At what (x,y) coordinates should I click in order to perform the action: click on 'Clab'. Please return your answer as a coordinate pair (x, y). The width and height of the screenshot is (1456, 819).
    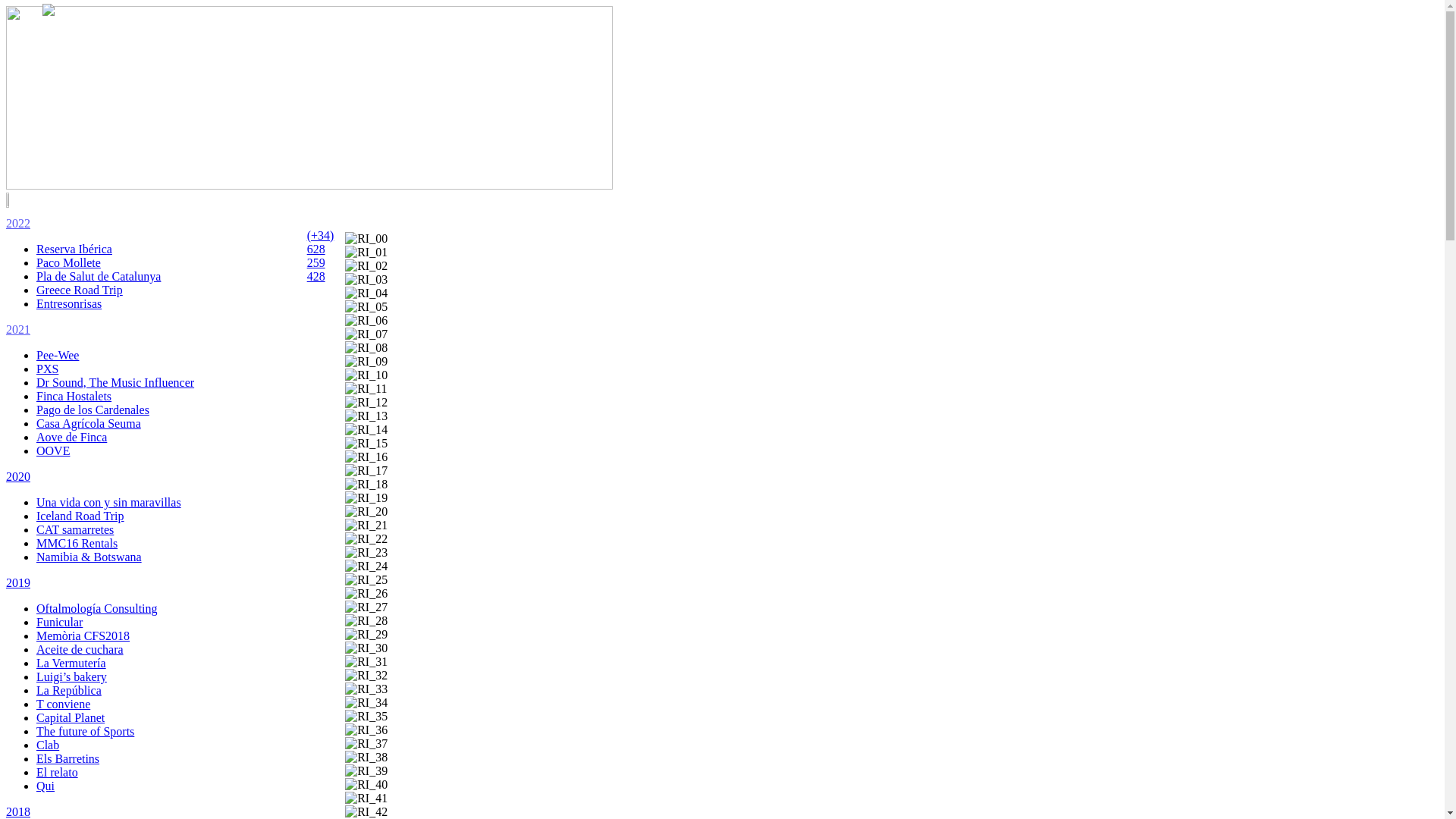
    Looking at the image, I should click on (47, 744).